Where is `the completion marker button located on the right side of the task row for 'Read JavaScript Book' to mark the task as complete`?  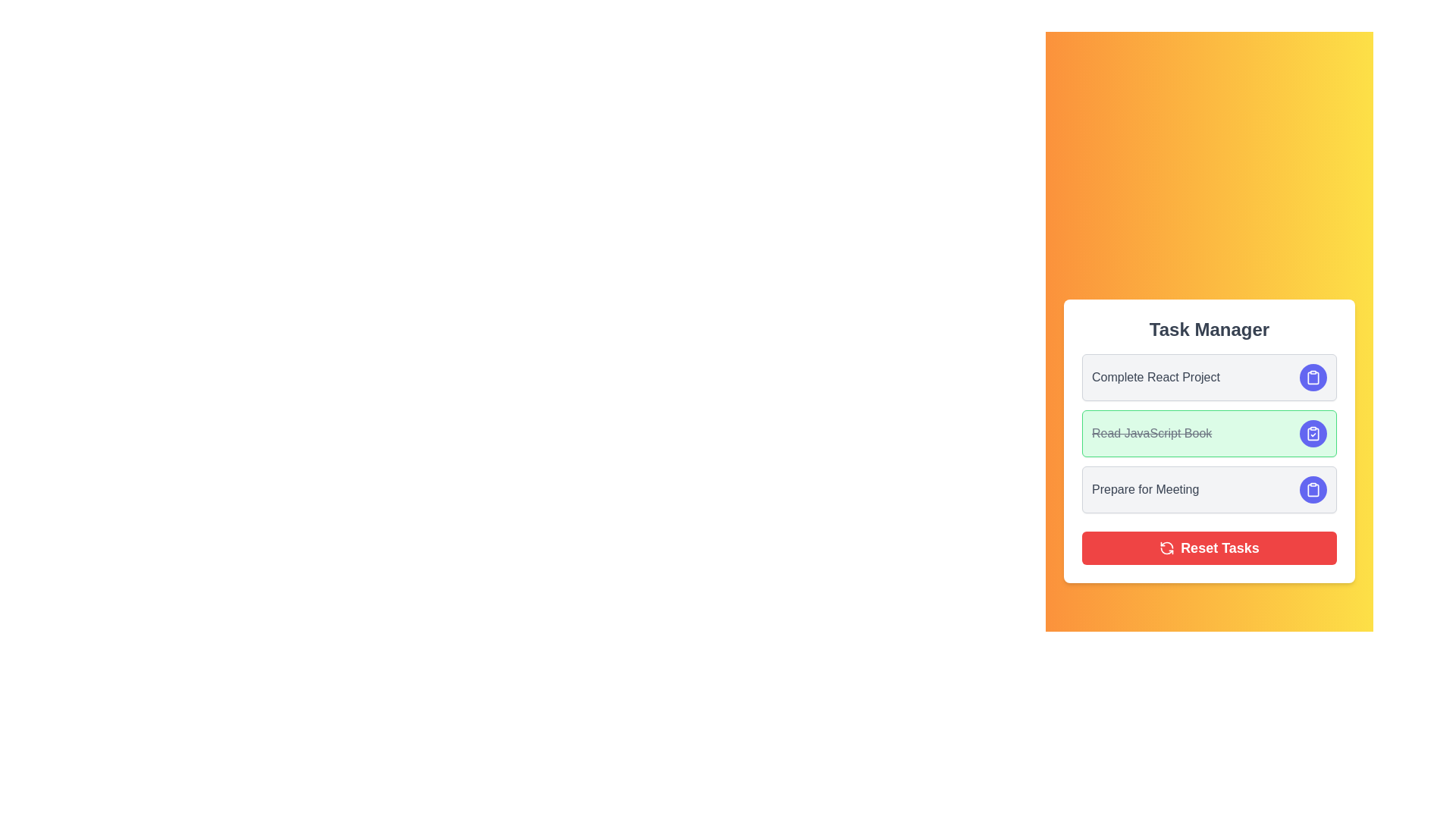
the completion marker button located on the right side of the task row for 'Read JavaScript Book' to mark the task as complete is located at coordinates (1313, 433).